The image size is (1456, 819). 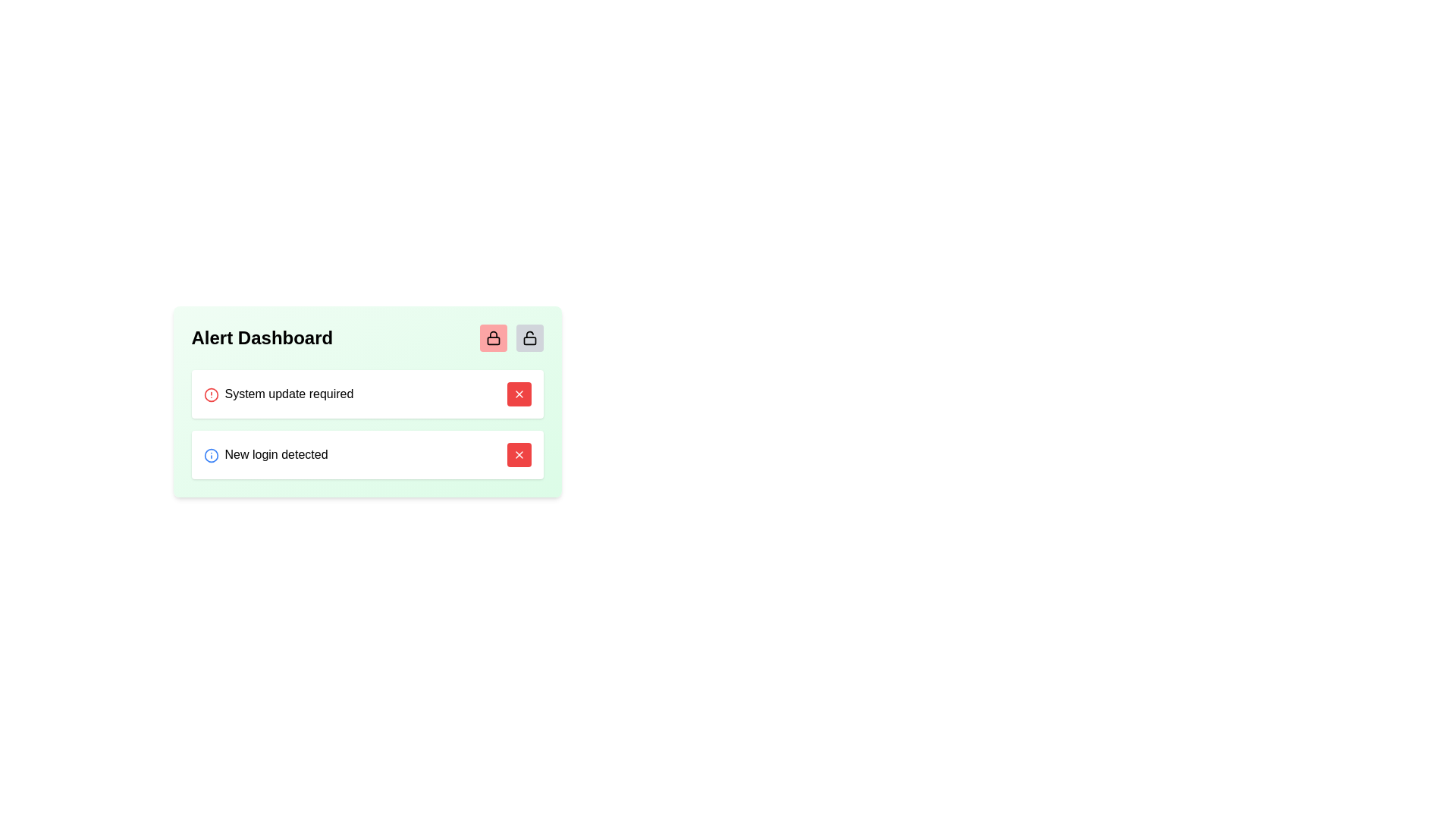 What do you see at coordinates (210, 454) in the screenshot?
I see `the circular graphical icon that indicates an alert or notification status, located inside a blue icon holder adjacent to the 'System update required' list item` at bounding box center [210, 454].